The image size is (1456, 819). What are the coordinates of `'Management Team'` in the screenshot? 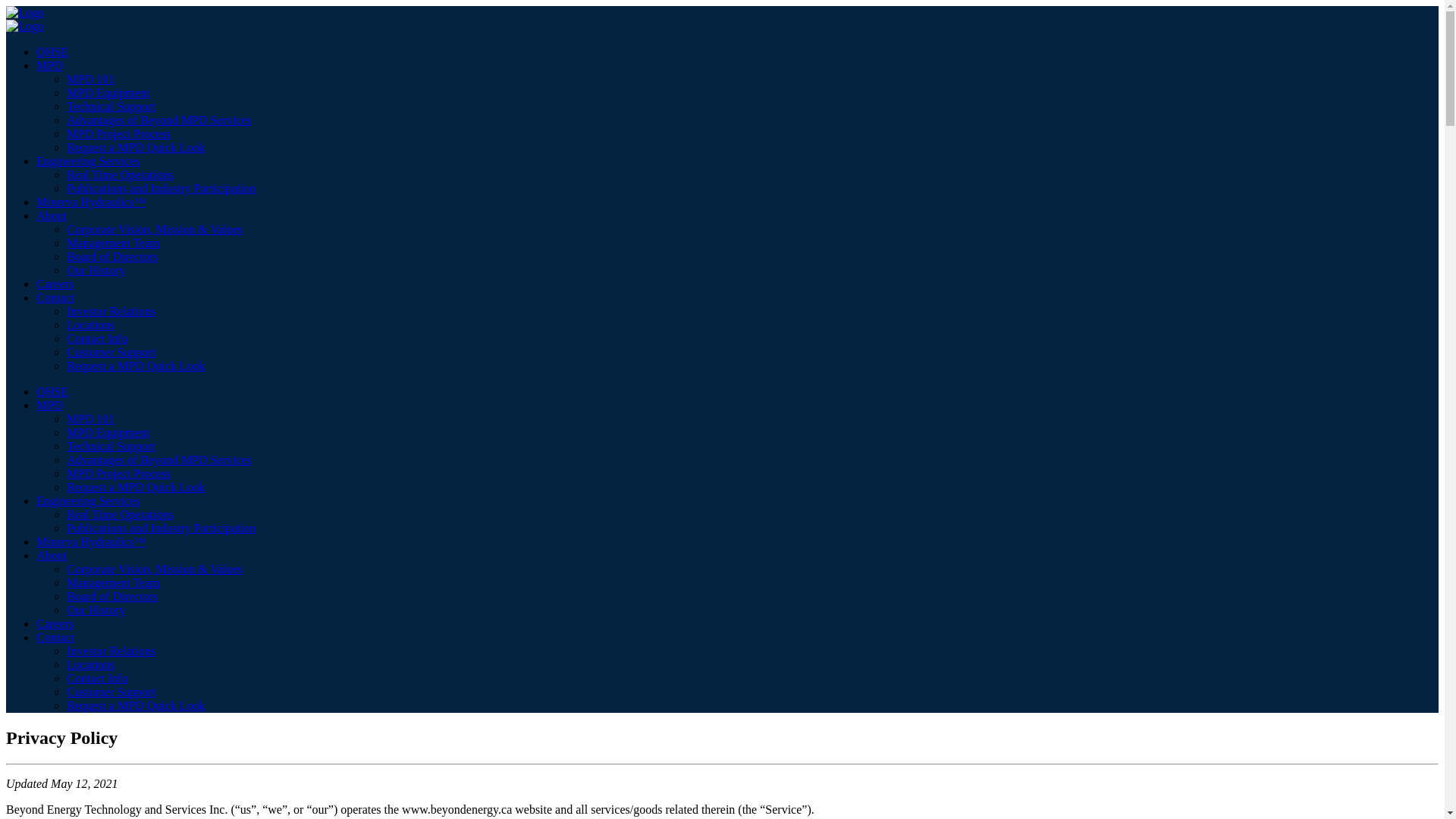 It's located at (112, 242).